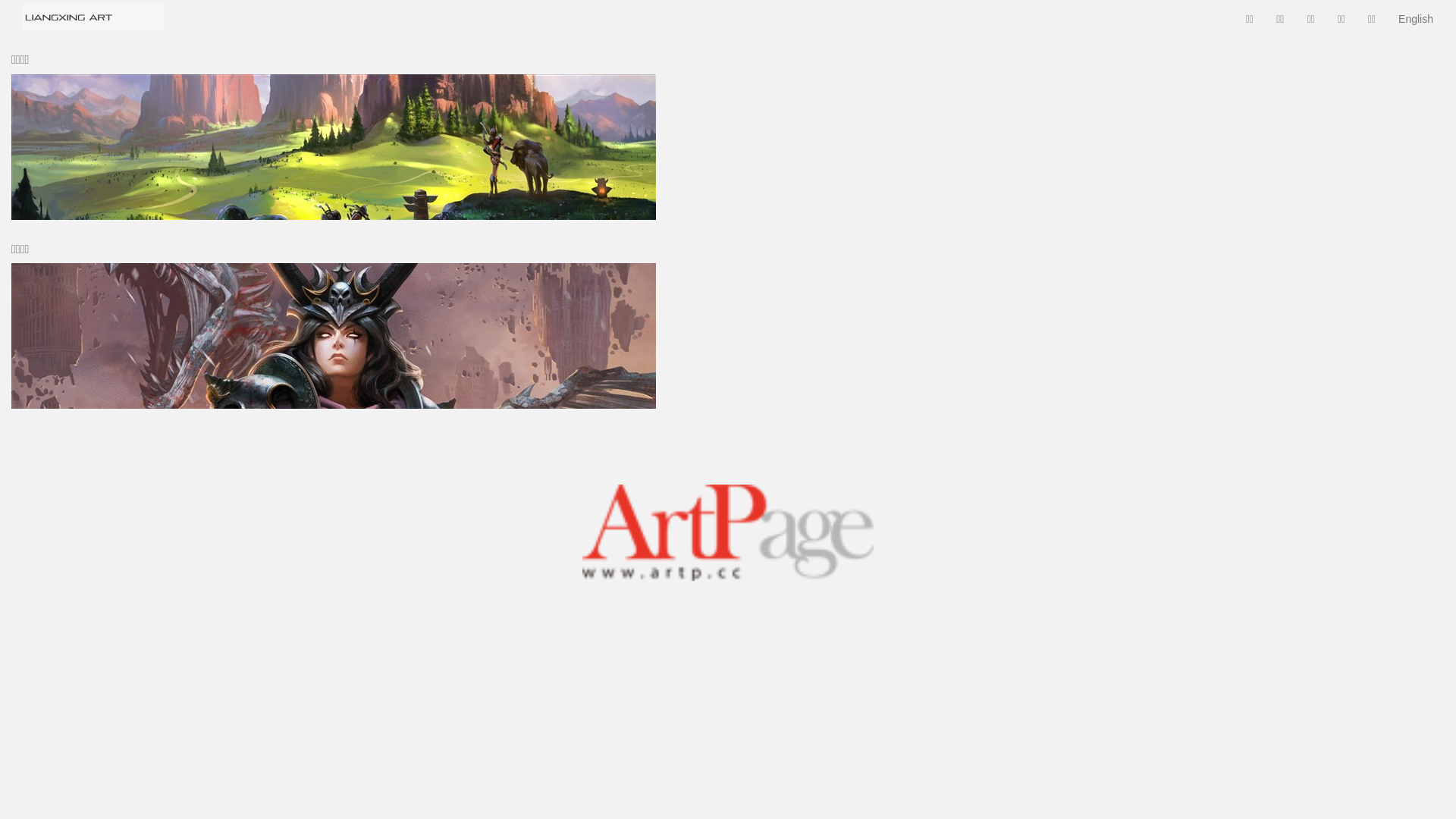 The height and width of the screenshot is (819, 1456). What do you see at coordinates (1415, 18) in the screenshot?
I see `'English'` at bounding box center [1415, 18].